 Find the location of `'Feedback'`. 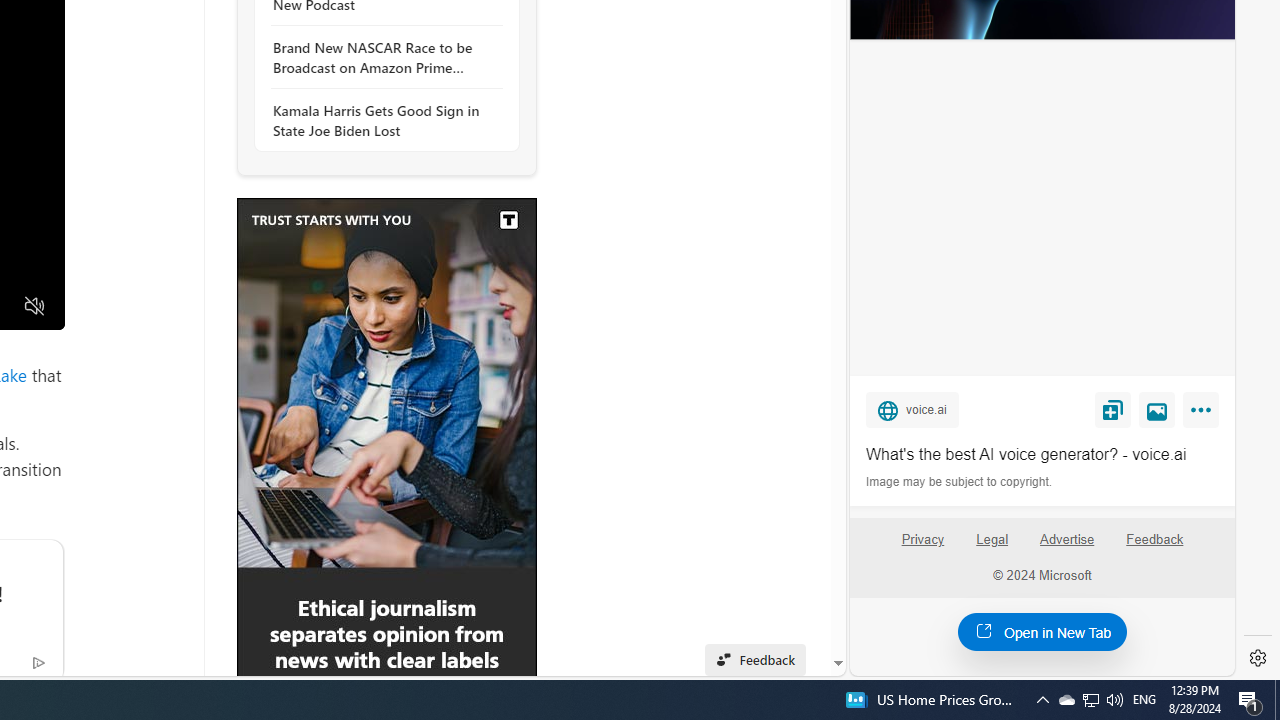

'Feedback' is located at coordinates (1155, 547).